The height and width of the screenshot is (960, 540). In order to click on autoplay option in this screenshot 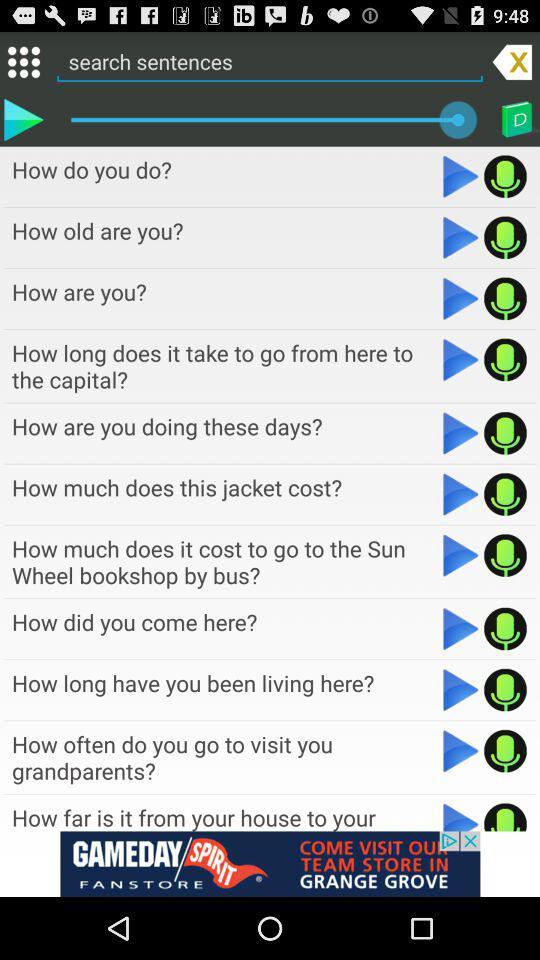, I will do `click(461, 359)`.